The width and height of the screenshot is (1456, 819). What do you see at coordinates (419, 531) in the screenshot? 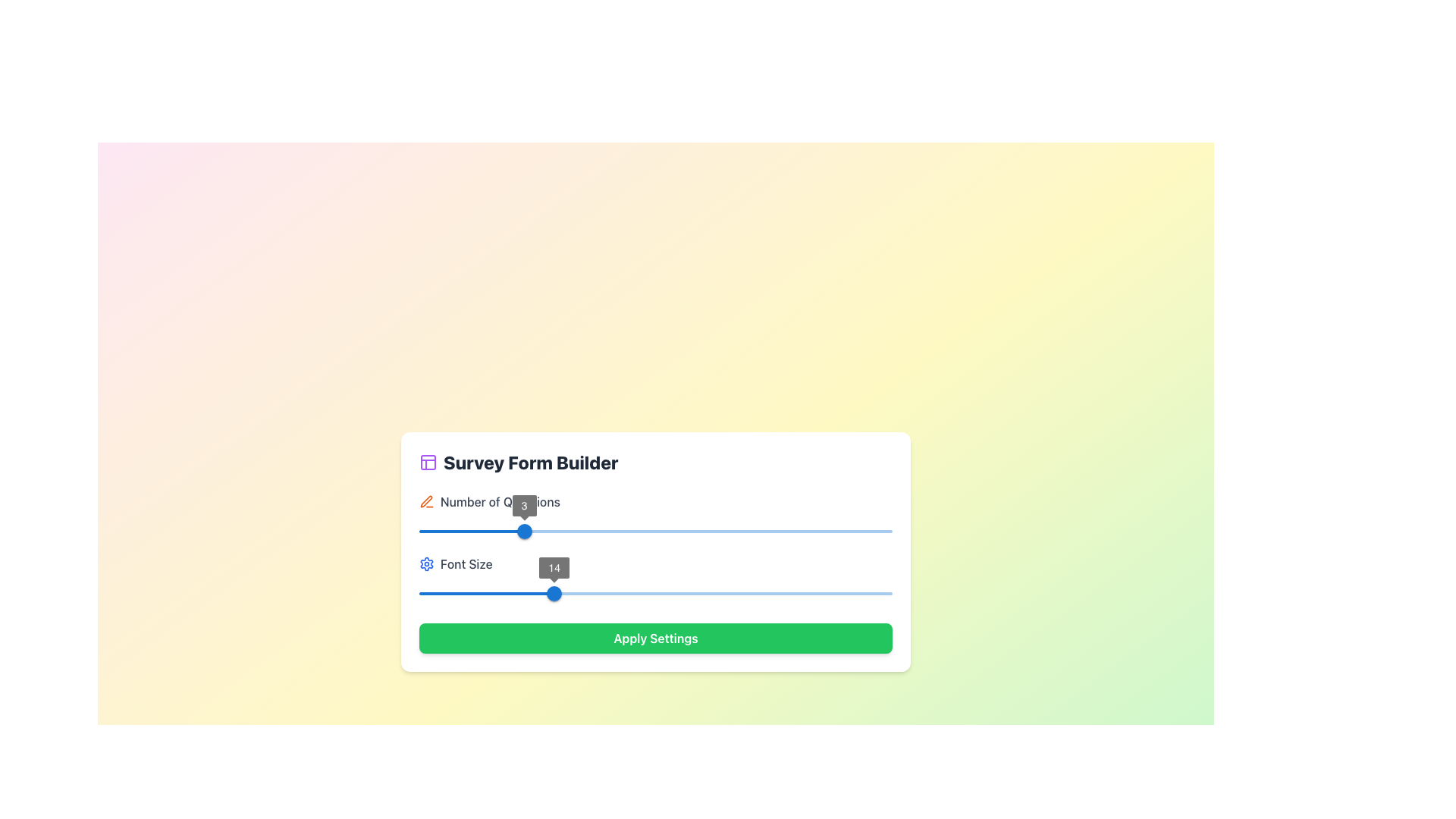
I see `the number of questions` at bounding box center [419, 531].